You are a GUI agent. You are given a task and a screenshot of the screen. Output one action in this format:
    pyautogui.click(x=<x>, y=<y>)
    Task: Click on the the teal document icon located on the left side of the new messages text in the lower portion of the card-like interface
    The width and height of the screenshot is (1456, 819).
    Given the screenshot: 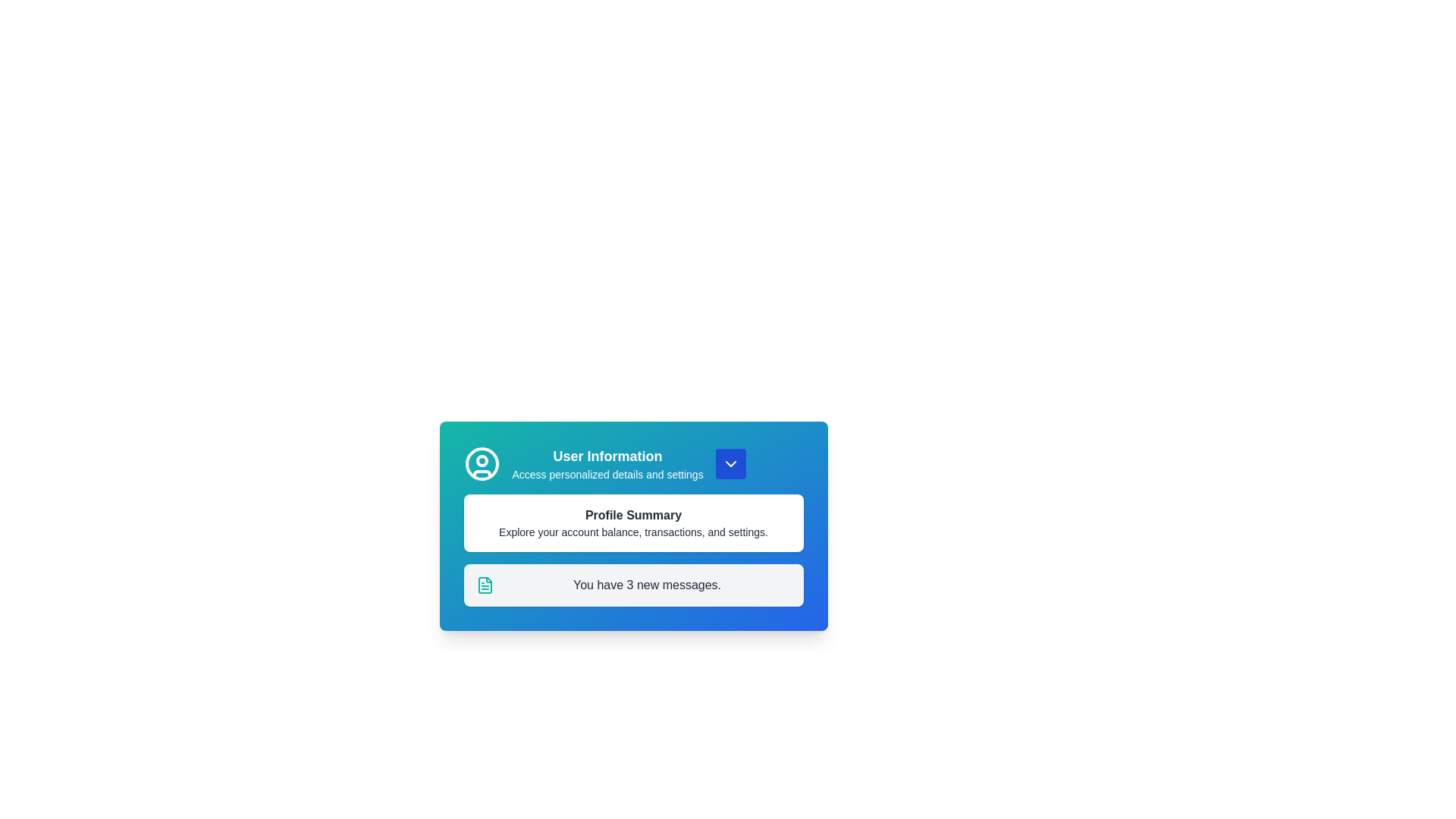 What is the action you would take?
    pyautogui.click(x=484, y=584)
    